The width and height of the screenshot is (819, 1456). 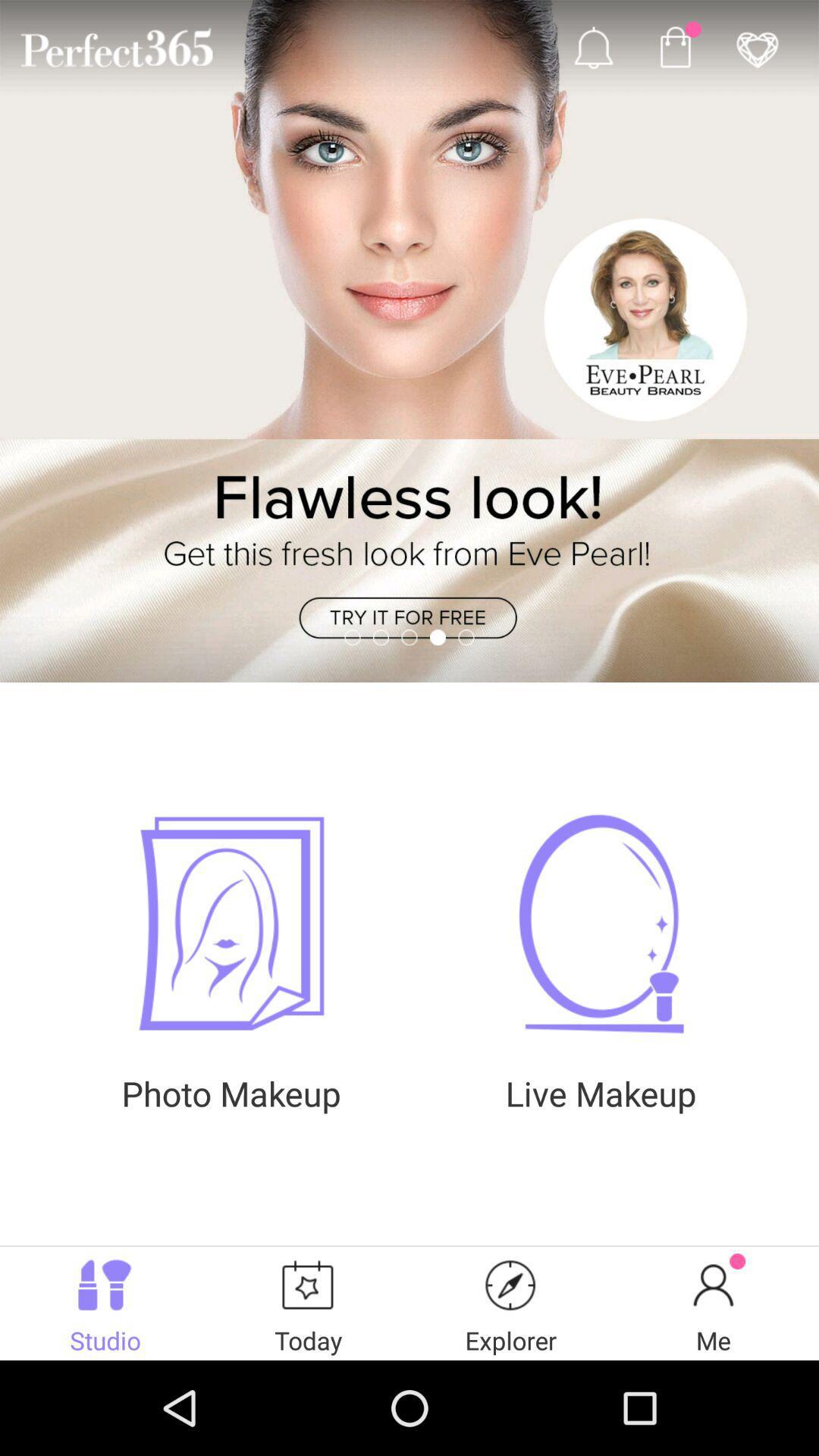 What do you see at coordinates (308, 1302) in the screenshot?
I see `the right of studio` at bounding box center [308, 1302].